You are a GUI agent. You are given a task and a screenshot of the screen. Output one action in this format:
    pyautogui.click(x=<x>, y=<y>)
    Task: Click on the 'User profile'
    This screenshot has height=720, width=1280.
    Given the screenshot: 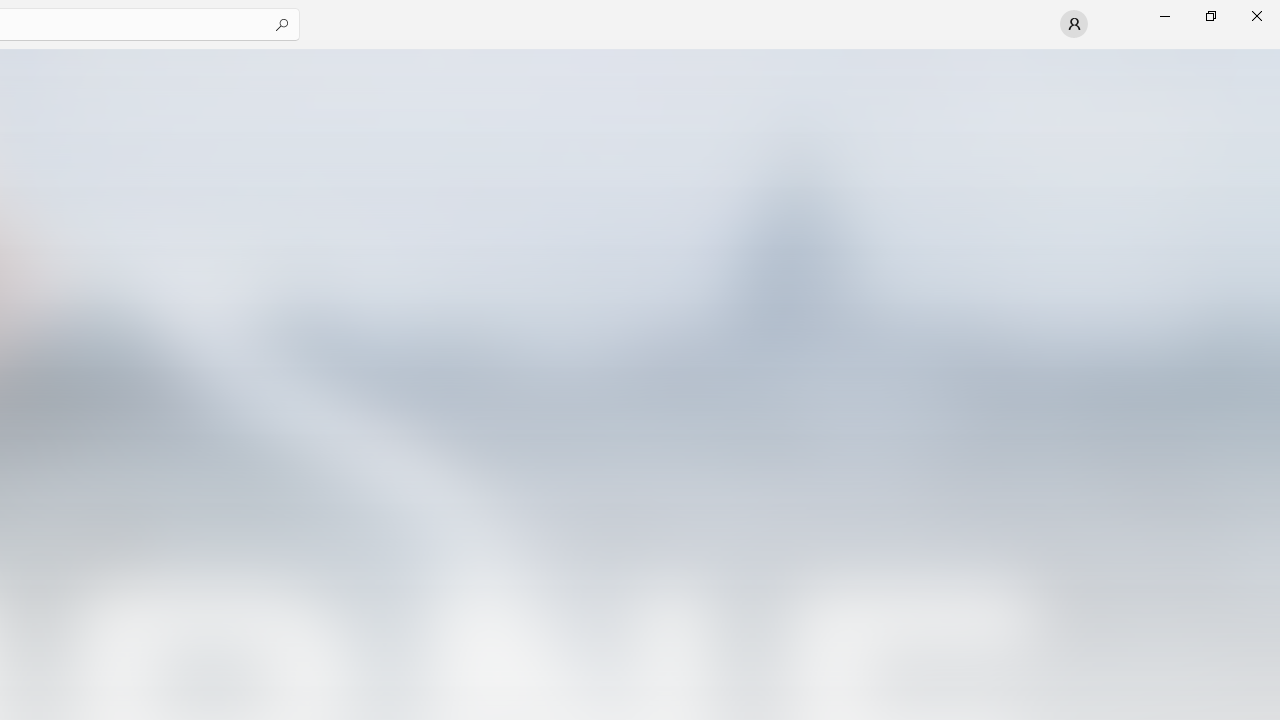 What is the action you would take?
    pyautogui.click(x=1072, y=24)
    